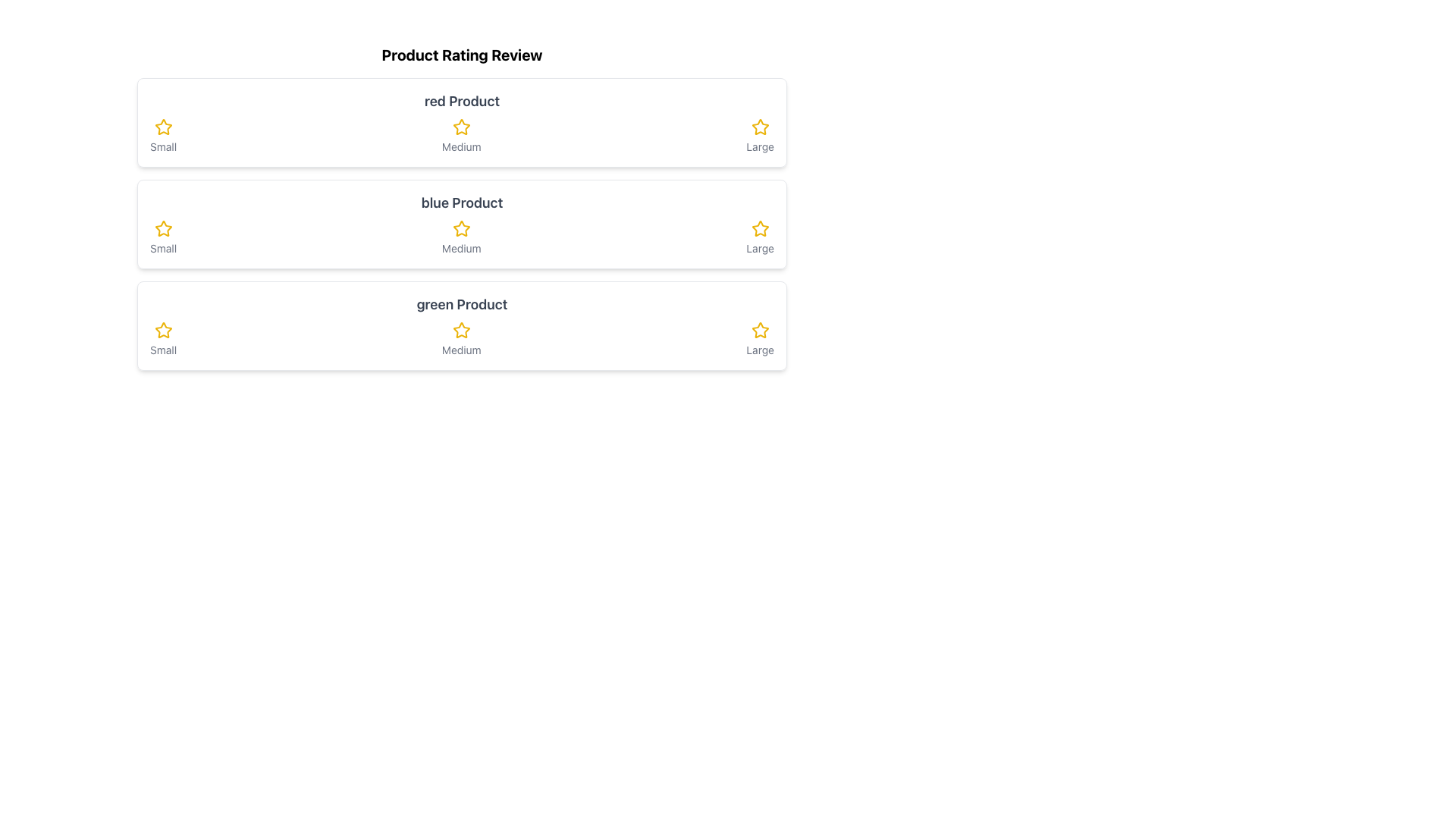 This screenshot has width=1456, height=819. Describe the element at coordinates (460, 350) in the screenshot. I see `the text component displaying 'Medium' in light gray color, which is located centrally below a yellow star icon in the third row under the header 'green Product'` at that location.